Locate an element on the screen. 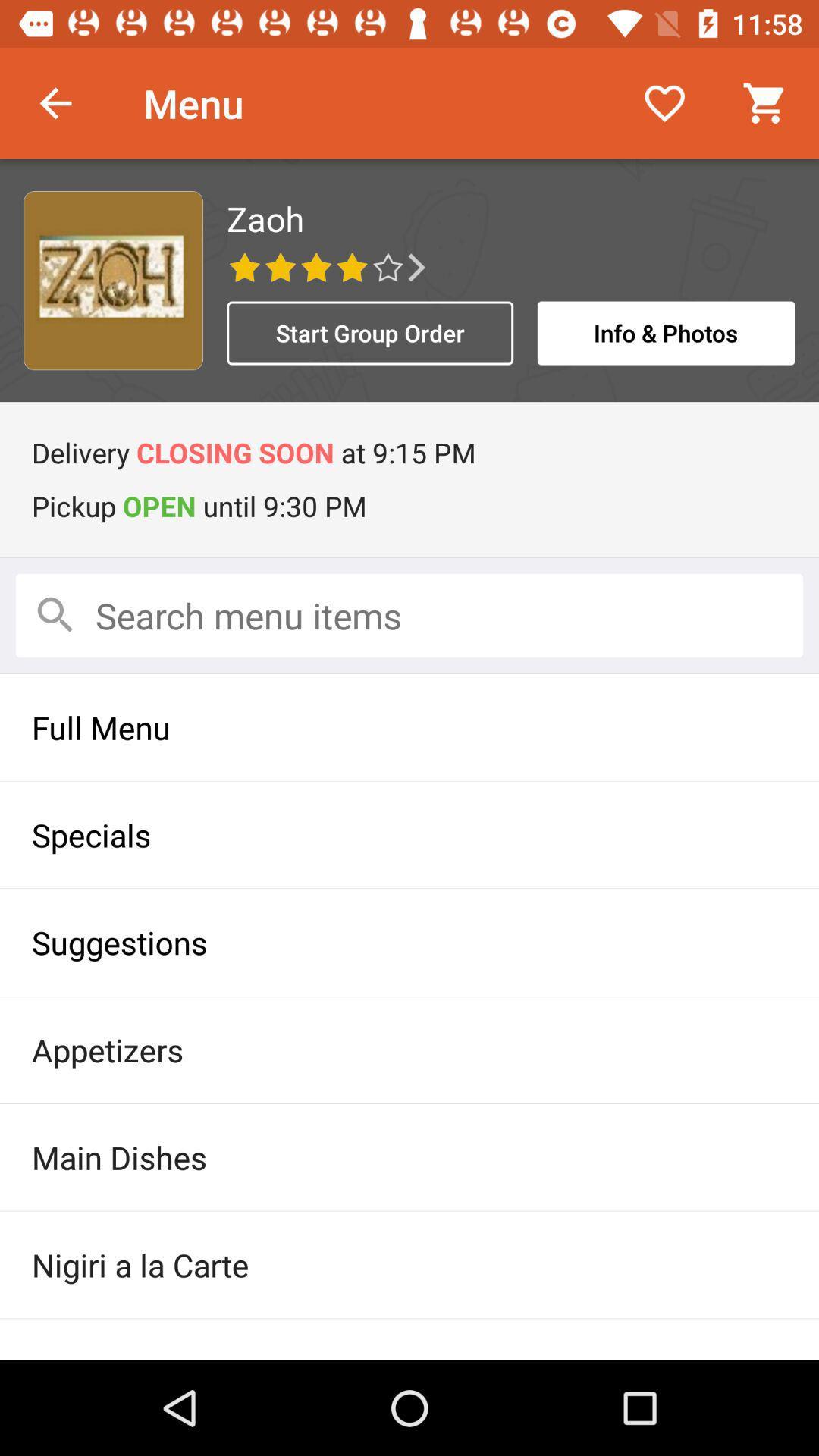 This screenshot has height=1456, width=819. icon above the appetizers item is located at coordinates (409, 941).